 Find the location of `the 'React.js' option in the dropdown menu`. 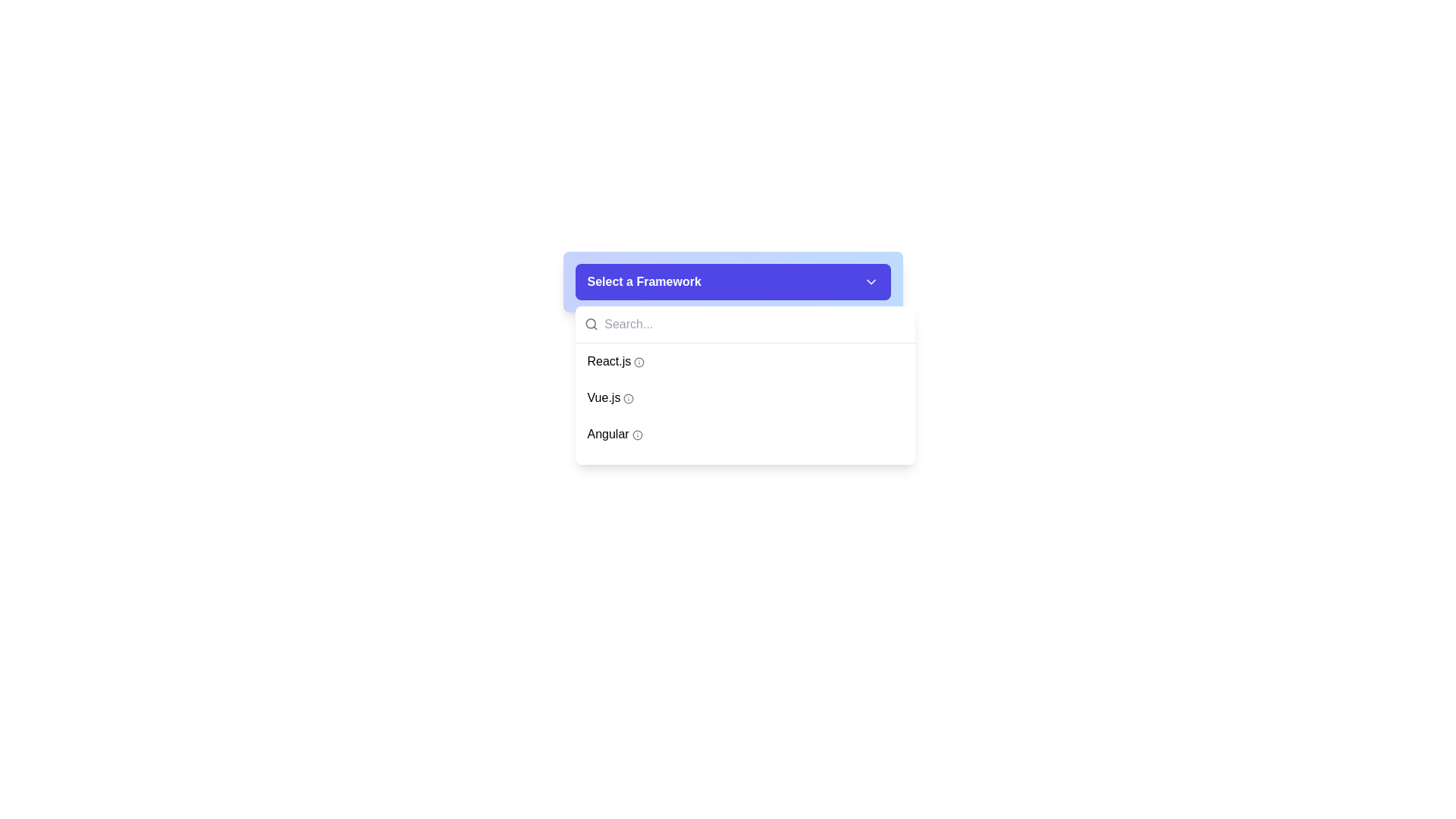

the 'React.js' option in the dropdown menu is located at coordinates (616, 362).